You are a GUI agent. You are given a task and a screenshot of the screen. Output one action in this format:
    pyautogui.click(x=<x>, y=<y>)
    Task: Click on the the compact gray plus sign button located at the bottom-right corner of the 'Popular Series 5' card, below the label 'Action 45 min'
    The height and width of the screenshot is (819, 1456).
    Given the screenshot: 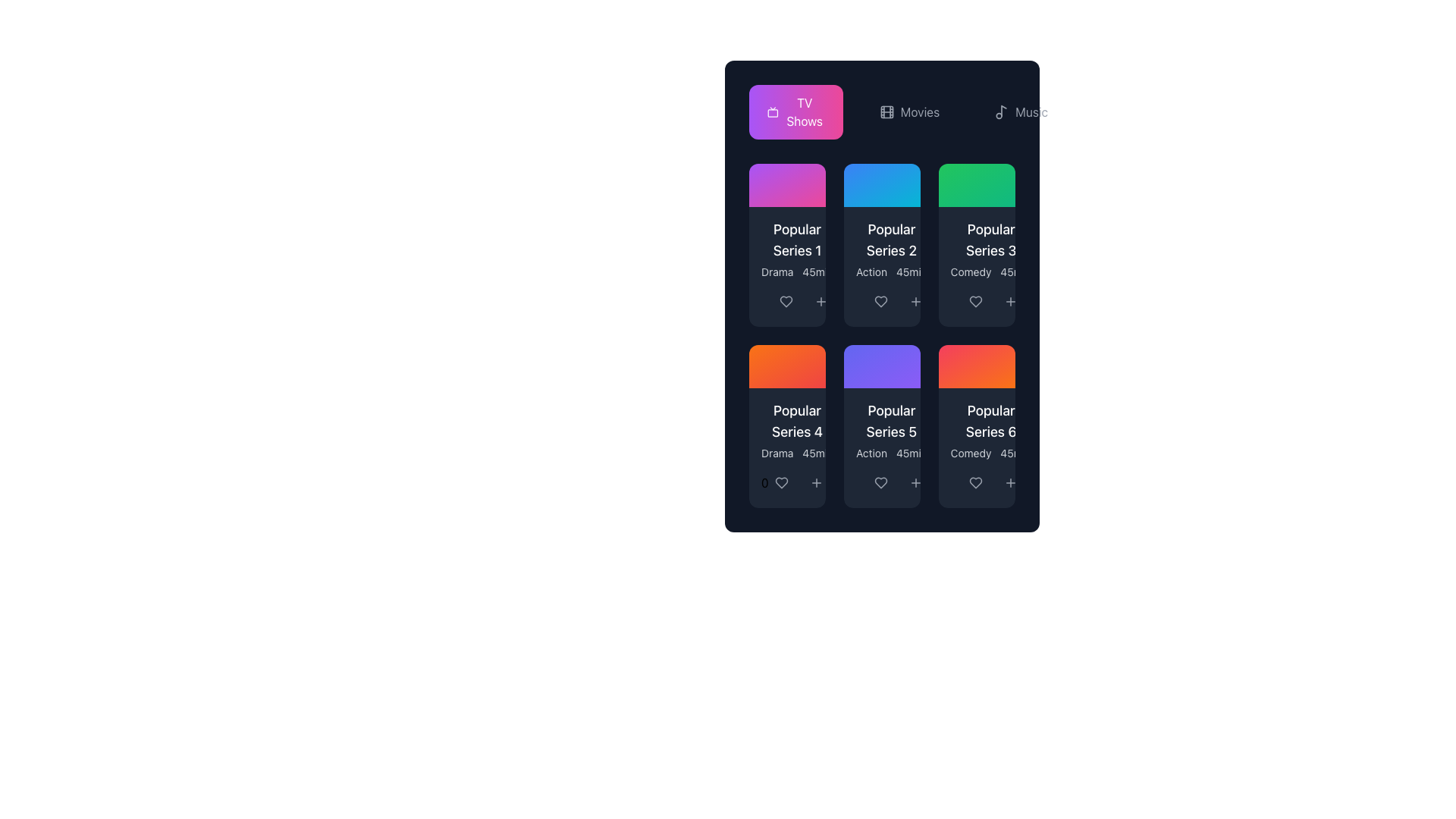 What is the action you would take?
    pyautogui.click(x=915, y=482)
    